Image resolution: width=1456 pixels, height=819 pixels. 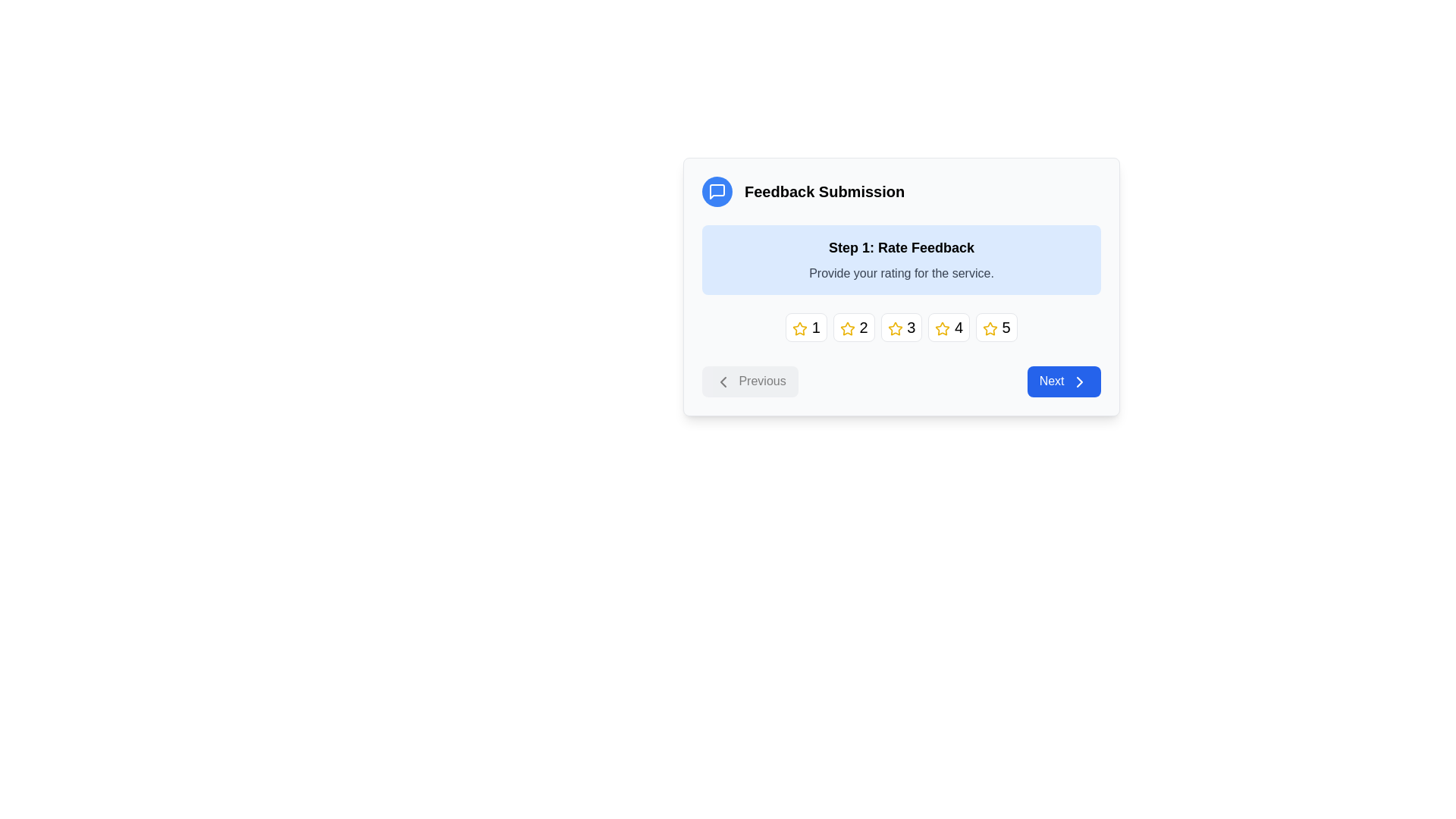 What do you see at coordinates (948, 327) in the screenshot?
I see `the fourth star rating button, which allows users to select a rating of four stars out of five` at bounding box center [948, 327].